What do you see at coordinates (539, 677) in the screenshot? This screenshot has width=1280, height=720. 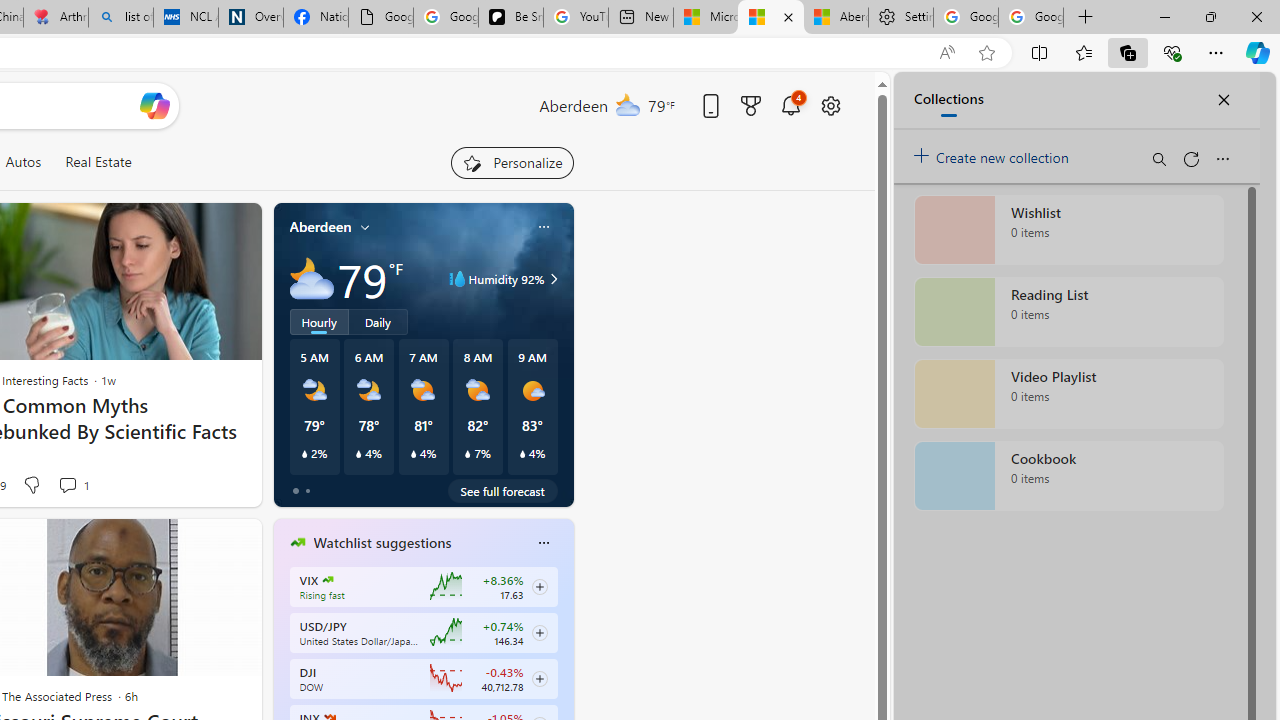 I see `'Class: follow-button  m'` at bounding box center [539, 677].